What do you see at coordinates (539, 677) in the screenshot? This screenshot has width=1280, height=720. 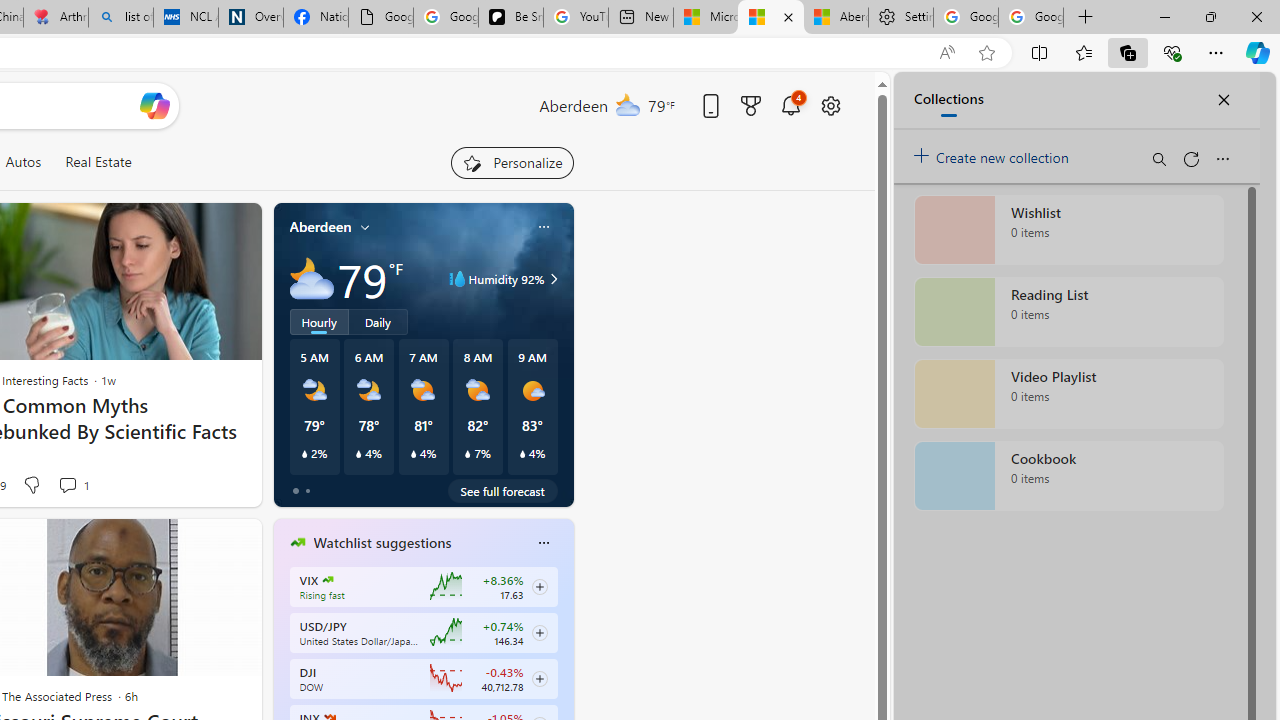 I see `'Class: follow-button  m'` at bounding box center [539, 677].